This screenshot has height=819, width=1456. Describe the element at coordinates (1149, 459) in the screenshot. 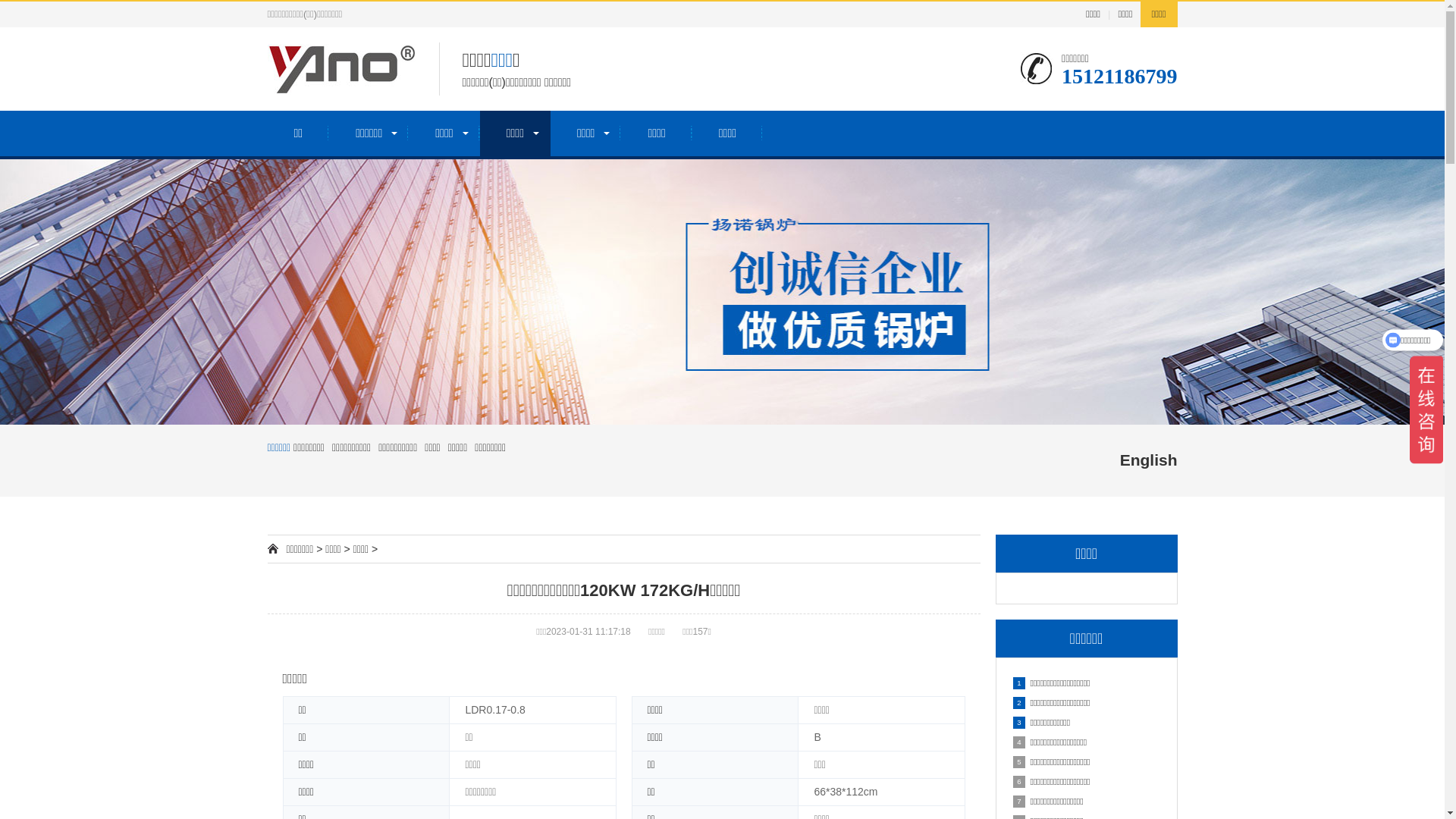

I see `'English'` at that location.